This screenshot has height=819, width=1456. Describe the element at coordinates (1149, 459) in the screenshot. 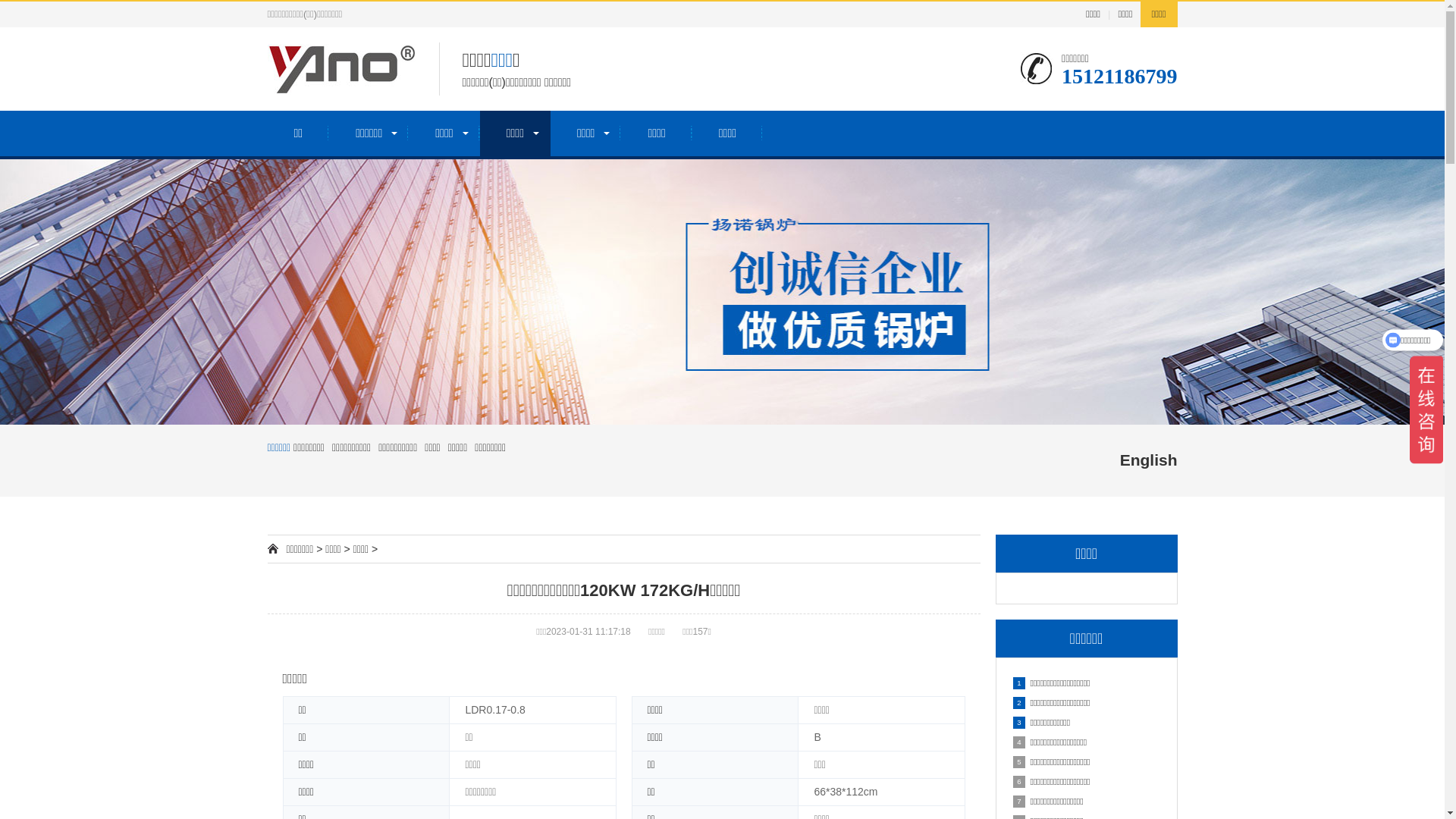

I see `'English'` at that location.